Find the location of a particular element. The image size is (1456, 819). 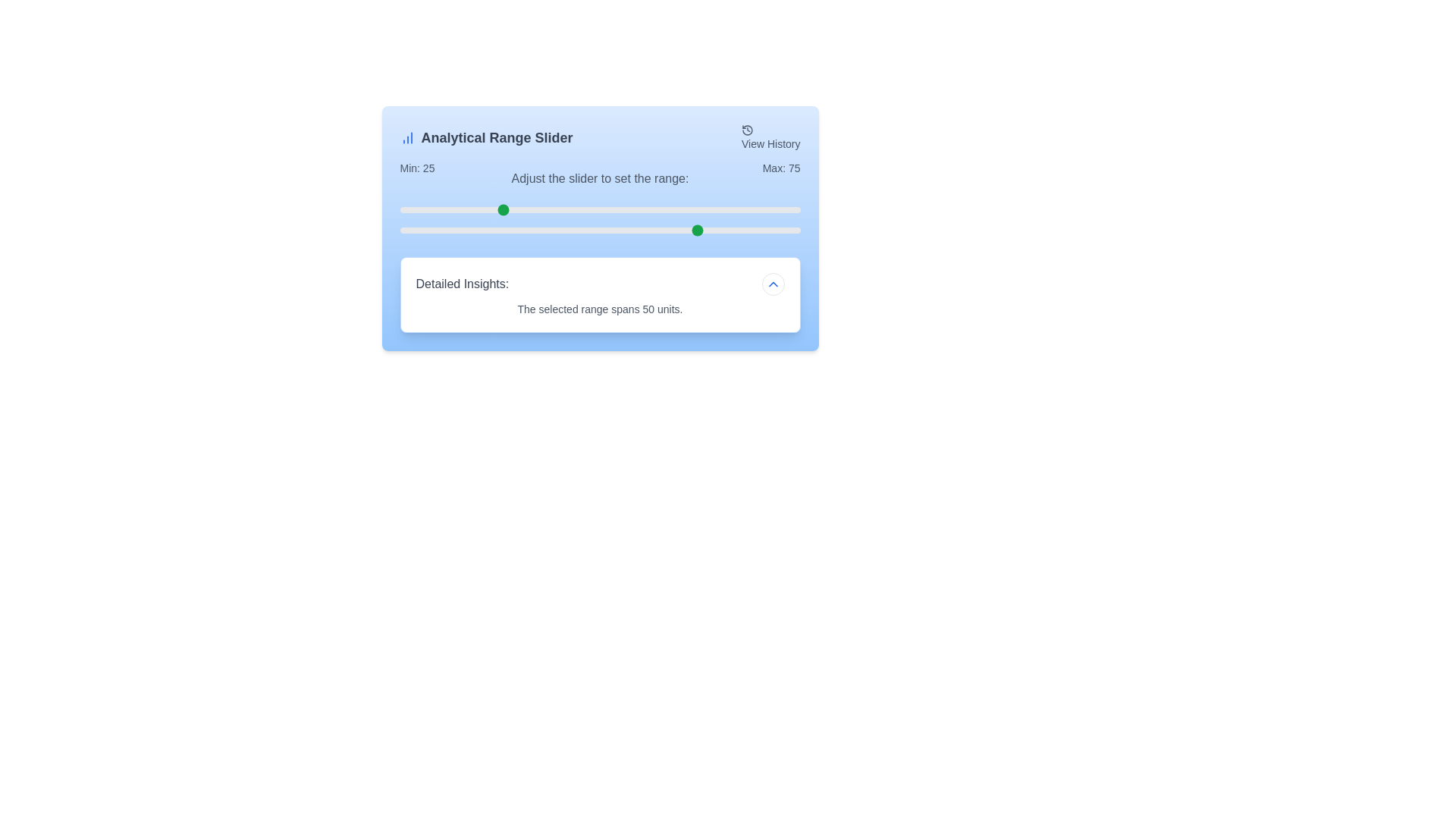

the minimum range slider to 30 is located at coordinates (519, 210).